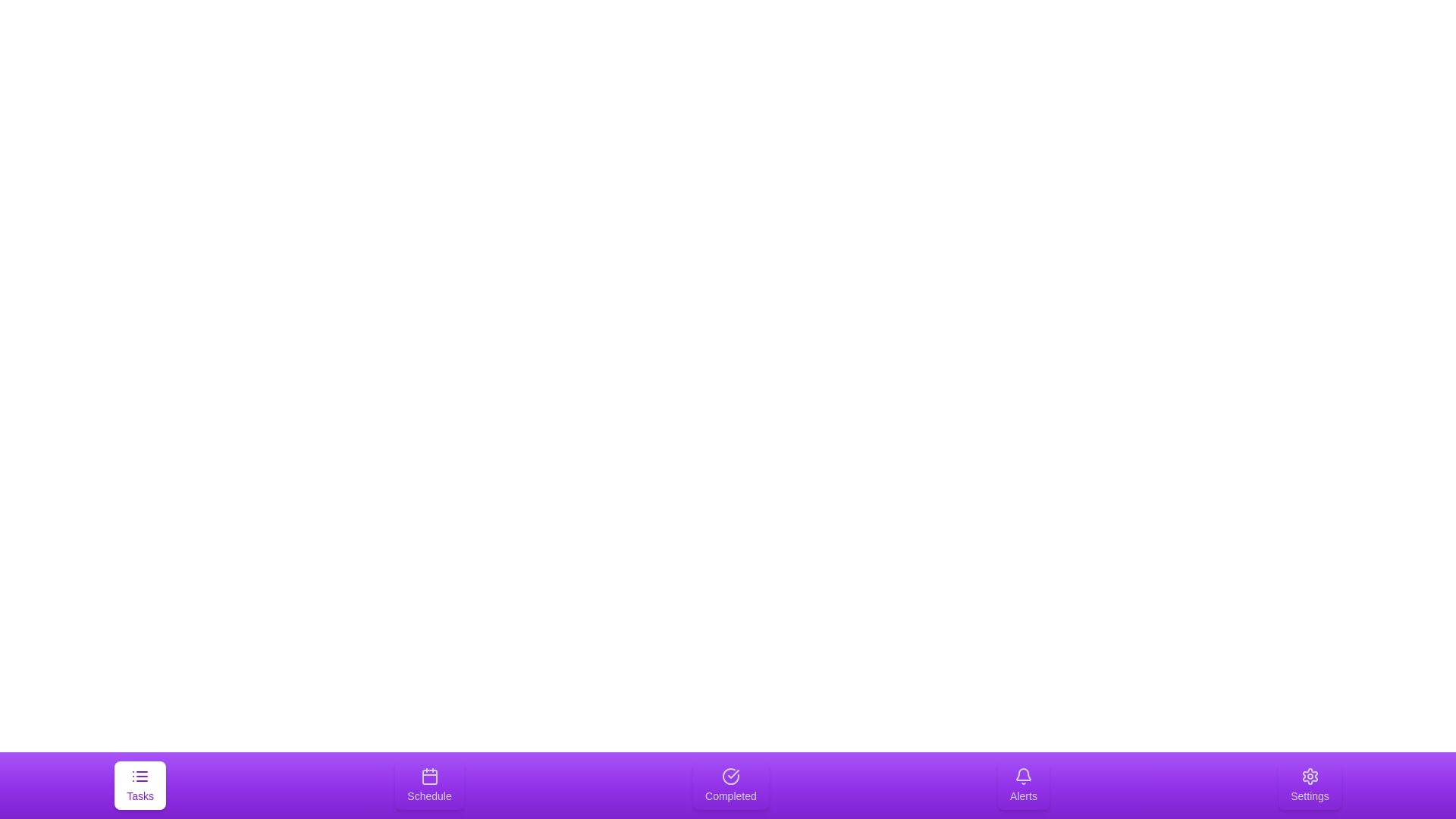 The height and width of the screenshot is (819, 1456). What do you see at coordinates (428, 785) in the screenshot?
I see `the Schedule tab to select it` at bounding box center [428, 785].